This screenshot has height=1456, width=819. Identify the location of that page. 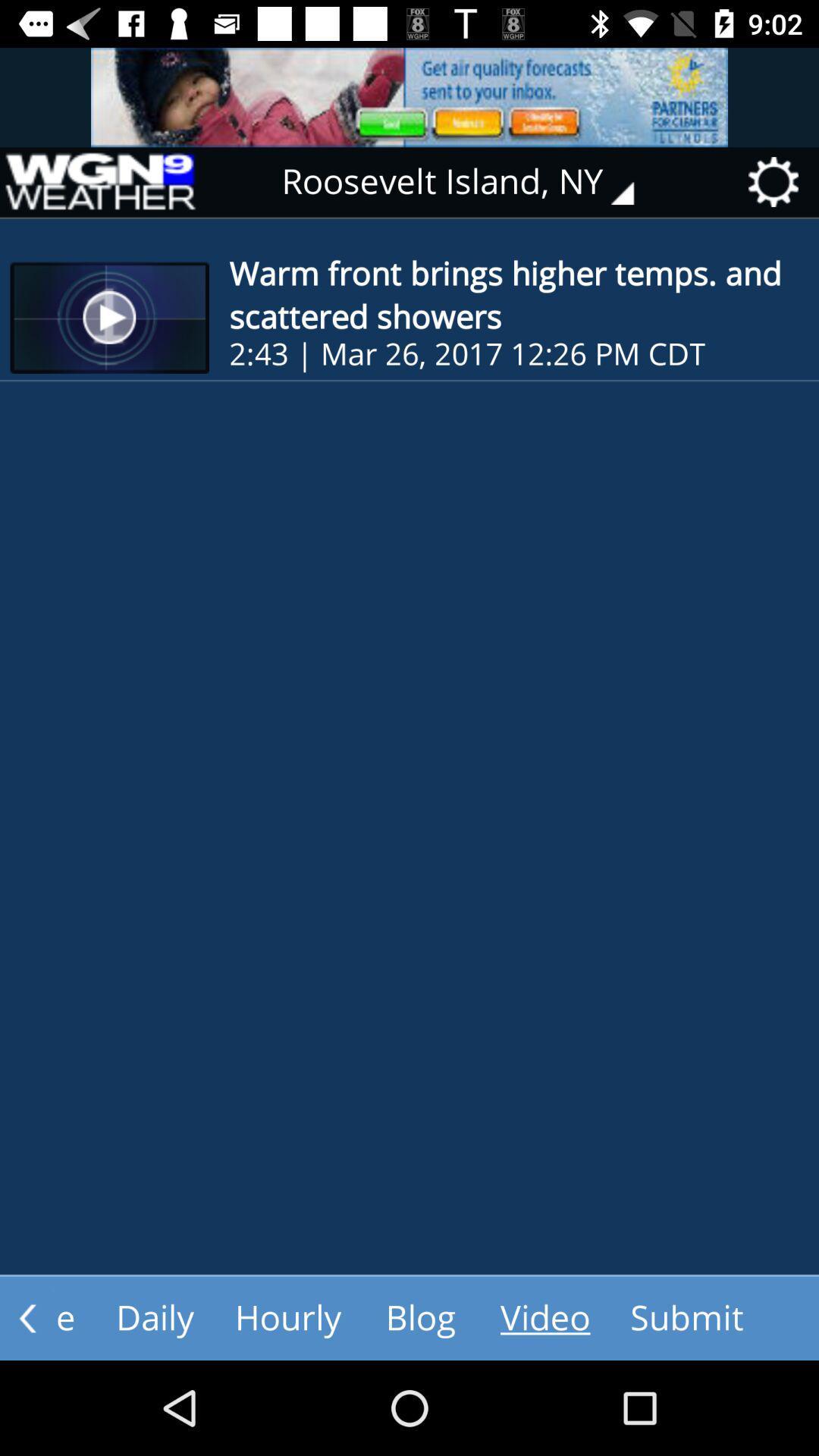
(99, 182).